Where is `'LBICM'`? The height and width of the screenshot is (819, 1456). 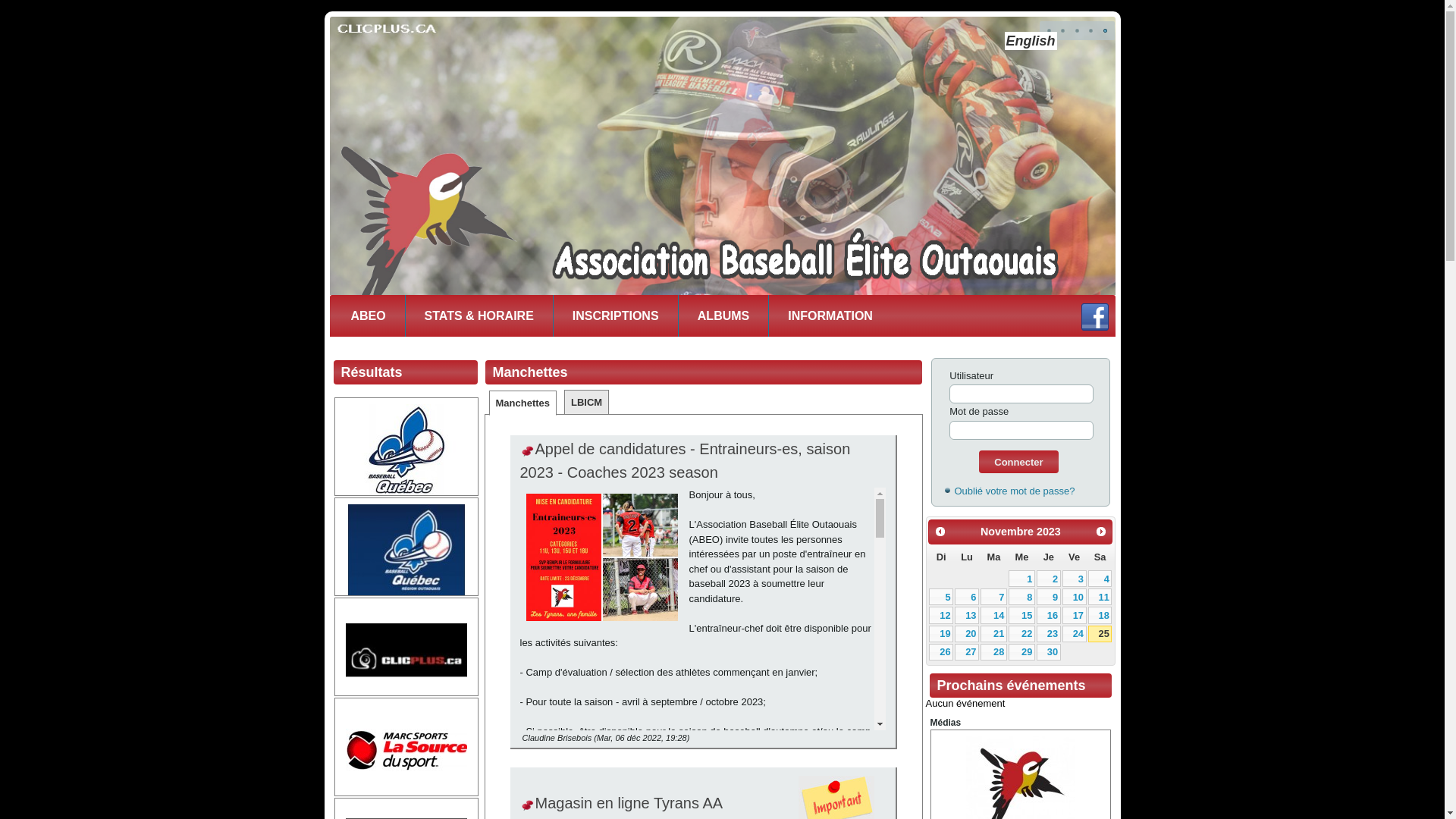
'LBICM' is located at coordinates (585, 401).